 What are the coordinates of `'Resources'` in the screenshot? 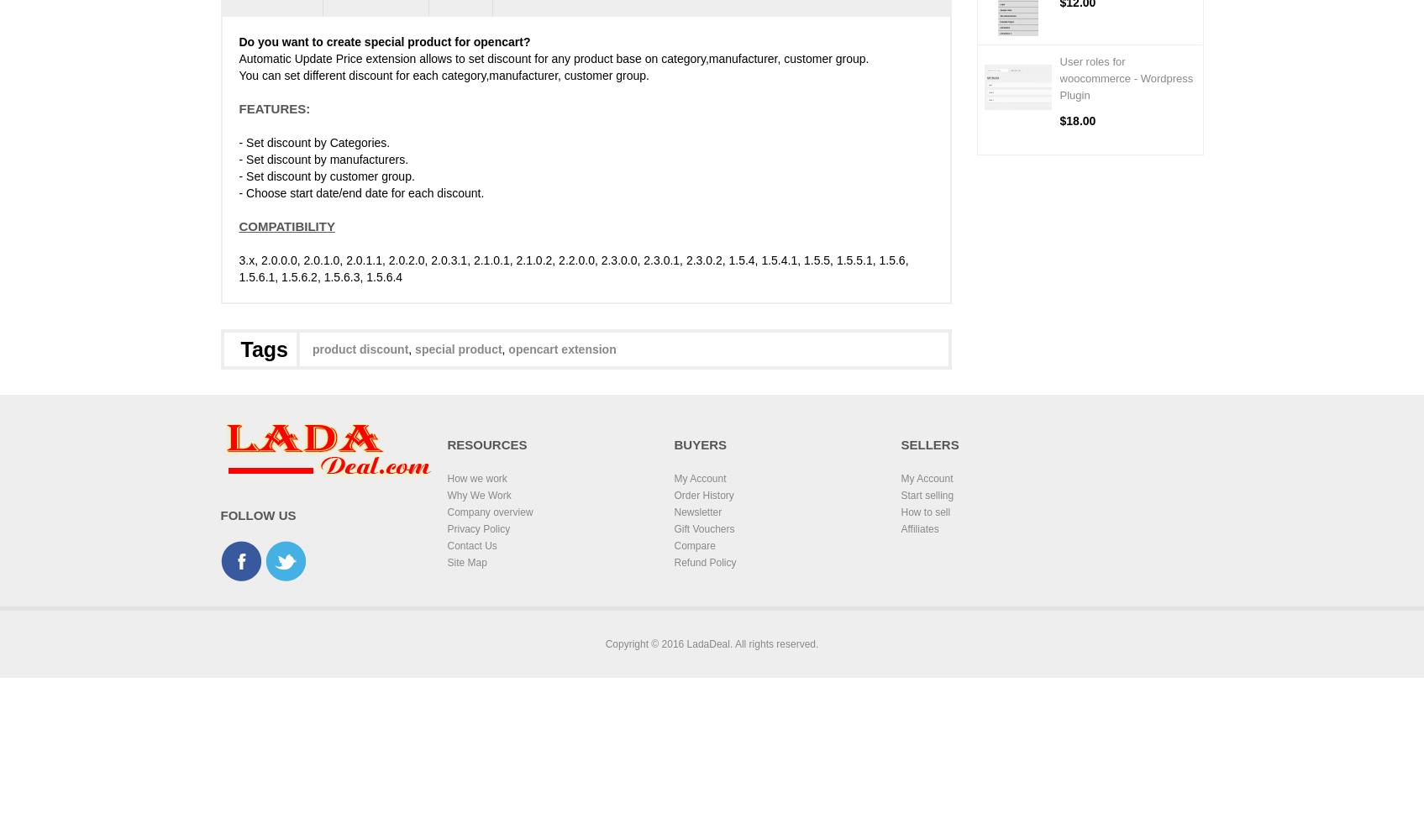 It's located at (447, 444).